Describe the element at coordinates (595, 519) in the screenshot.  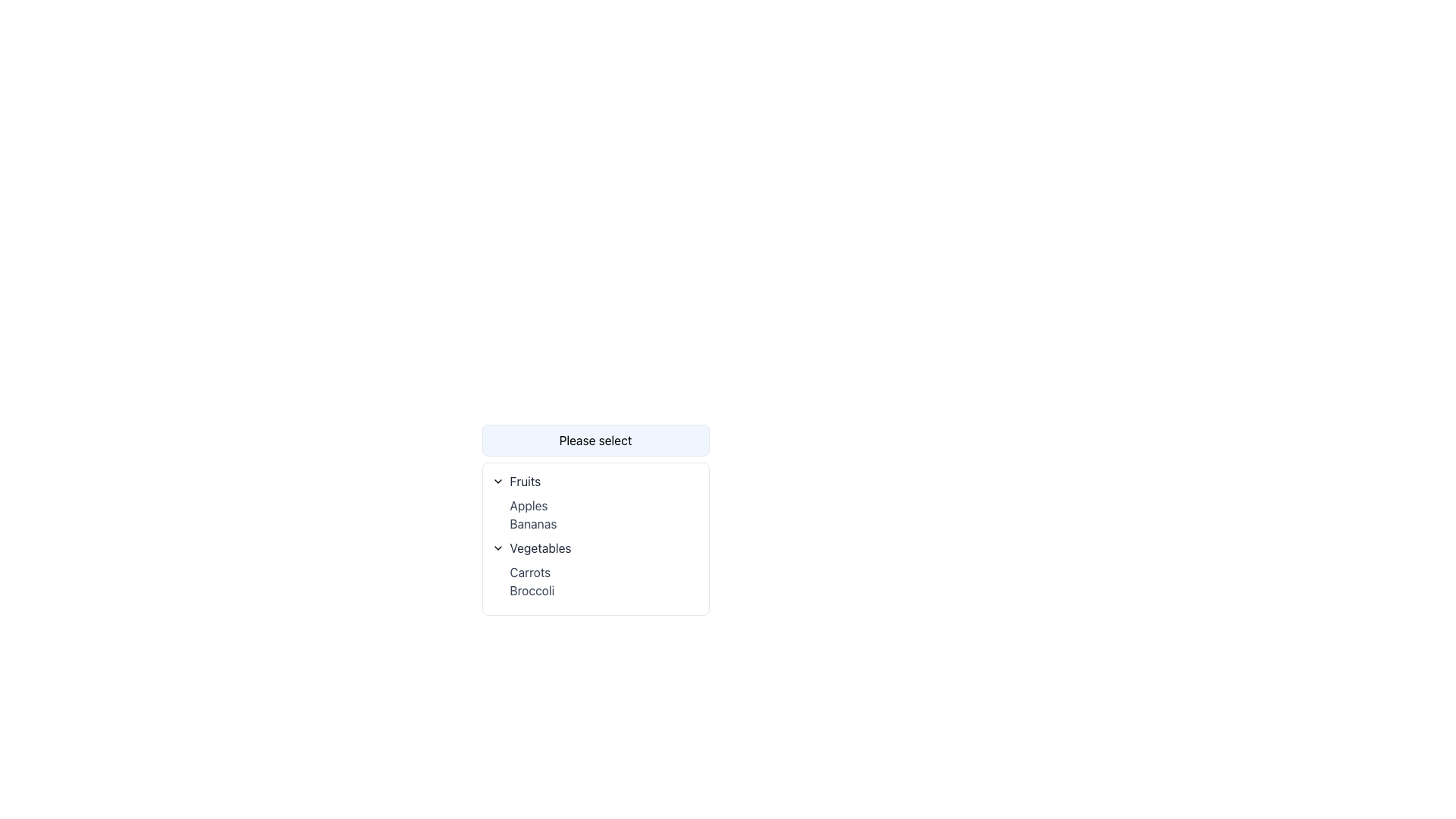
I see `individual items from the 'Fruits' dropdown menu located below the header 'Please select'` at that location.